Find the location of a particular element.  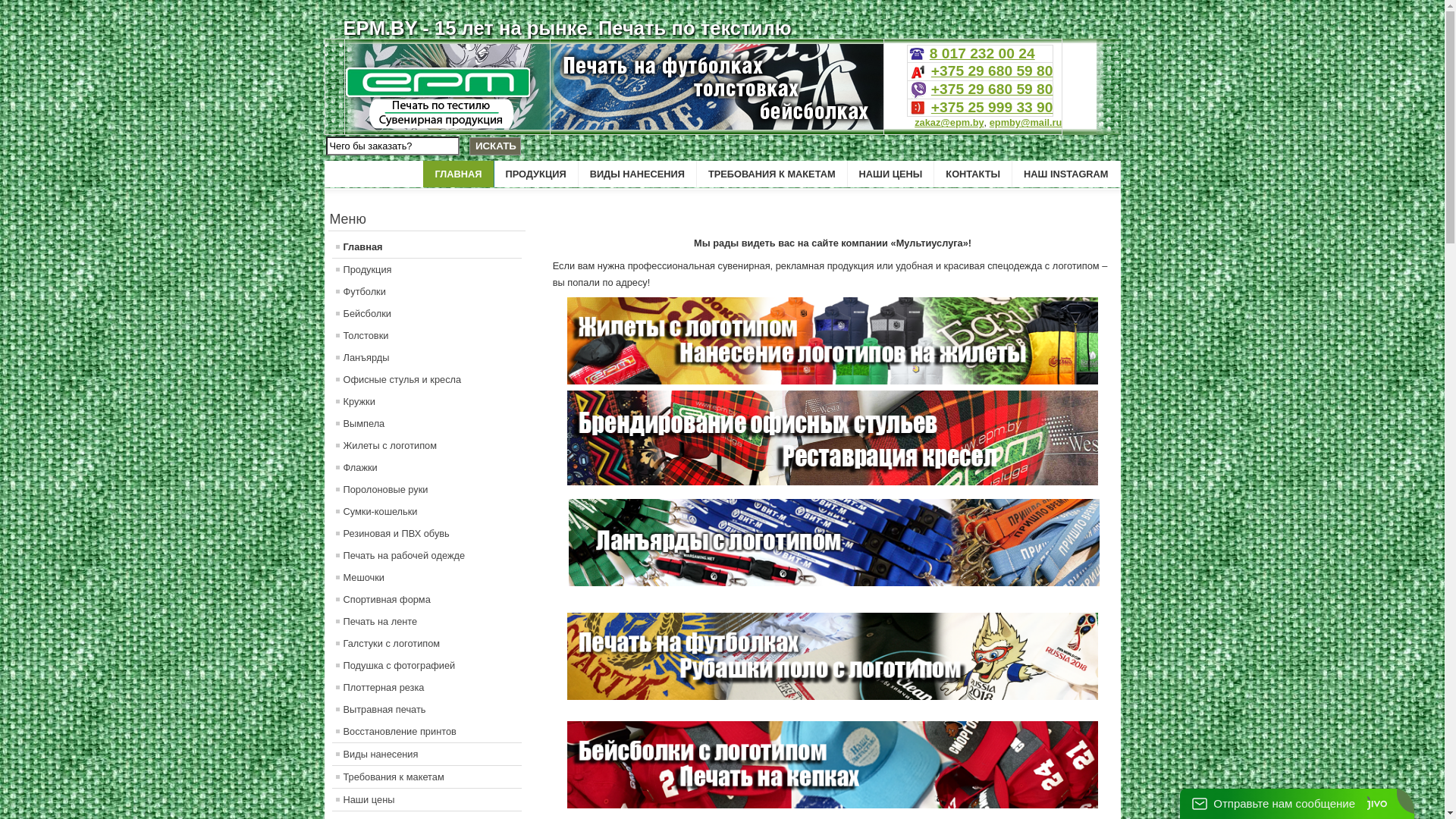

'+375 29 680 59 80' is located at coordinates (992, 89).